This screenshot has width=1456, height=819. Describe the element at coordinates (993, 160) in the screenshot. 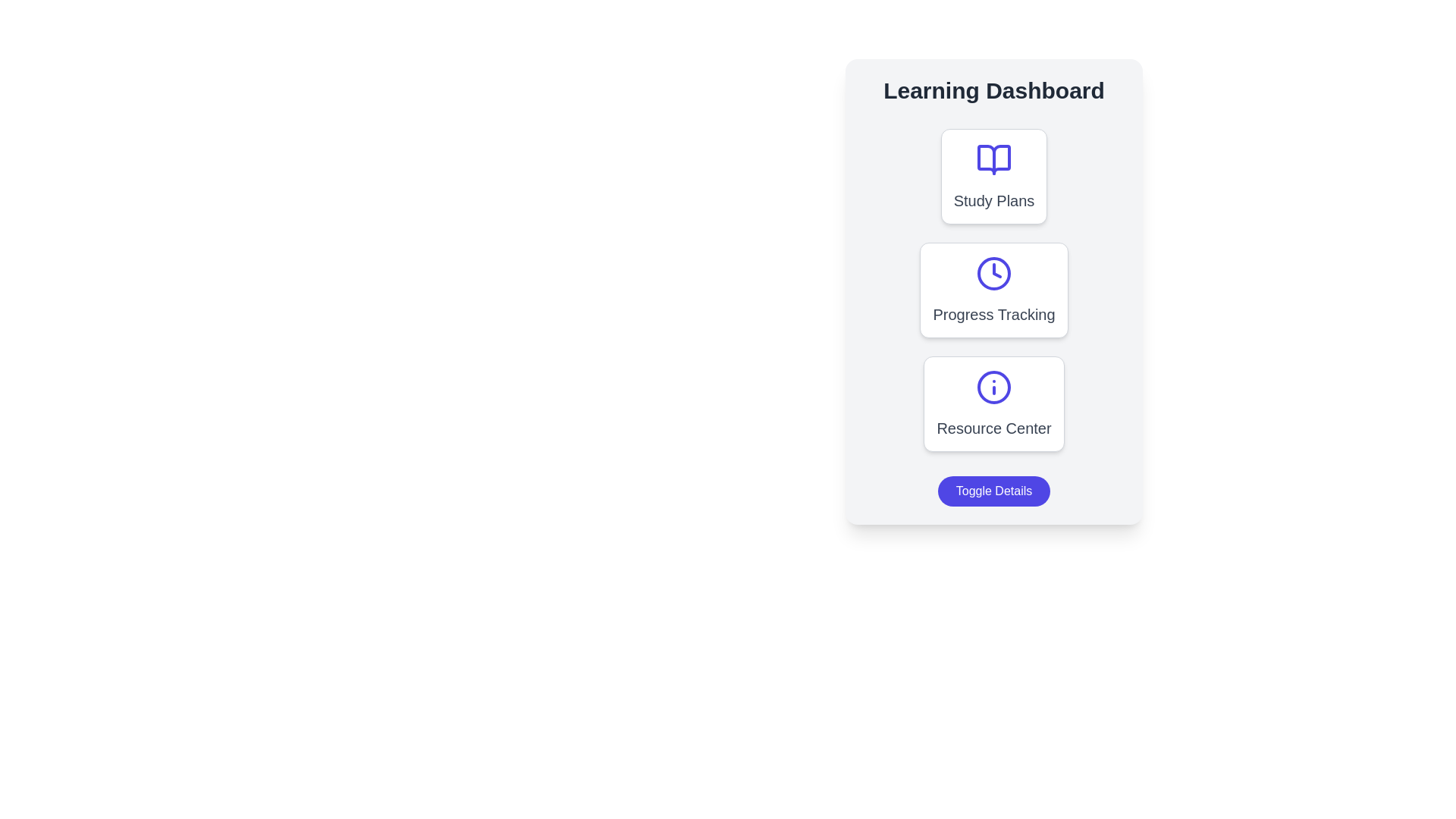

I see `the stylized open book symbol within the 'Study Plans' icon, located at the upper section of the card labeled 'Study Plans'` at that location.